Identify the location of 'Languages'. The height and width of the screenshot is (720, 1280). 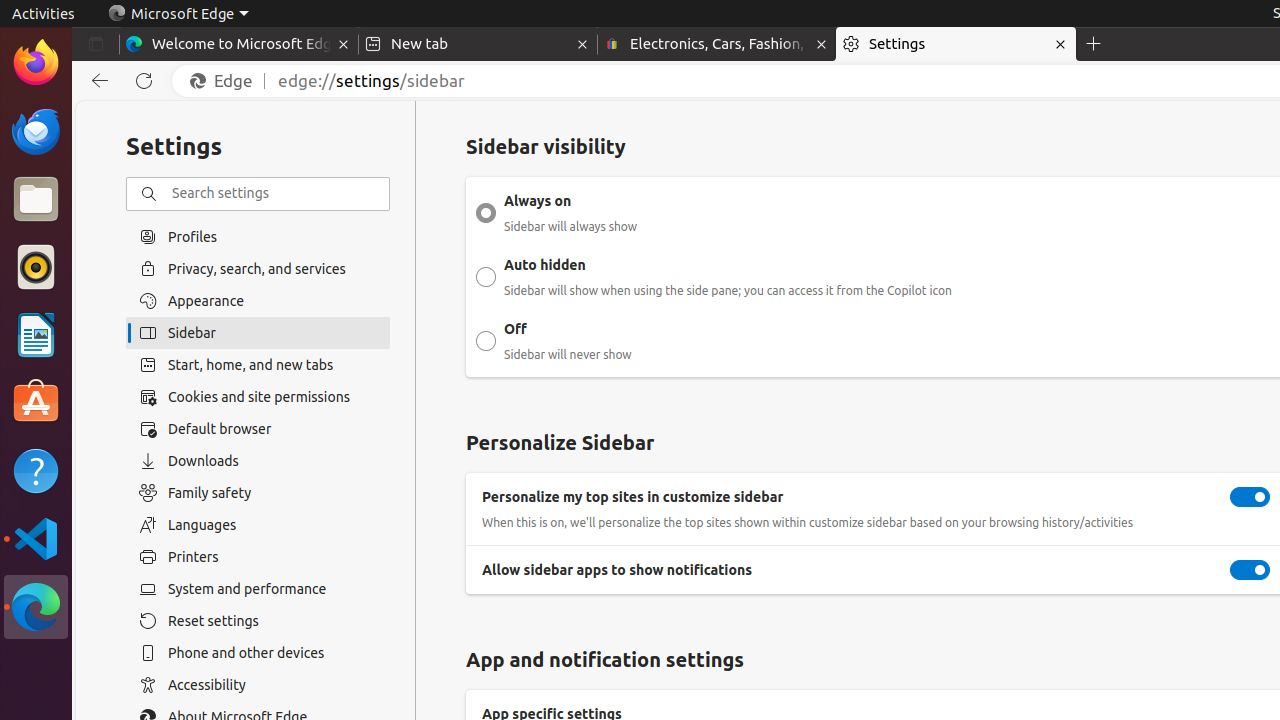
(257, 524).